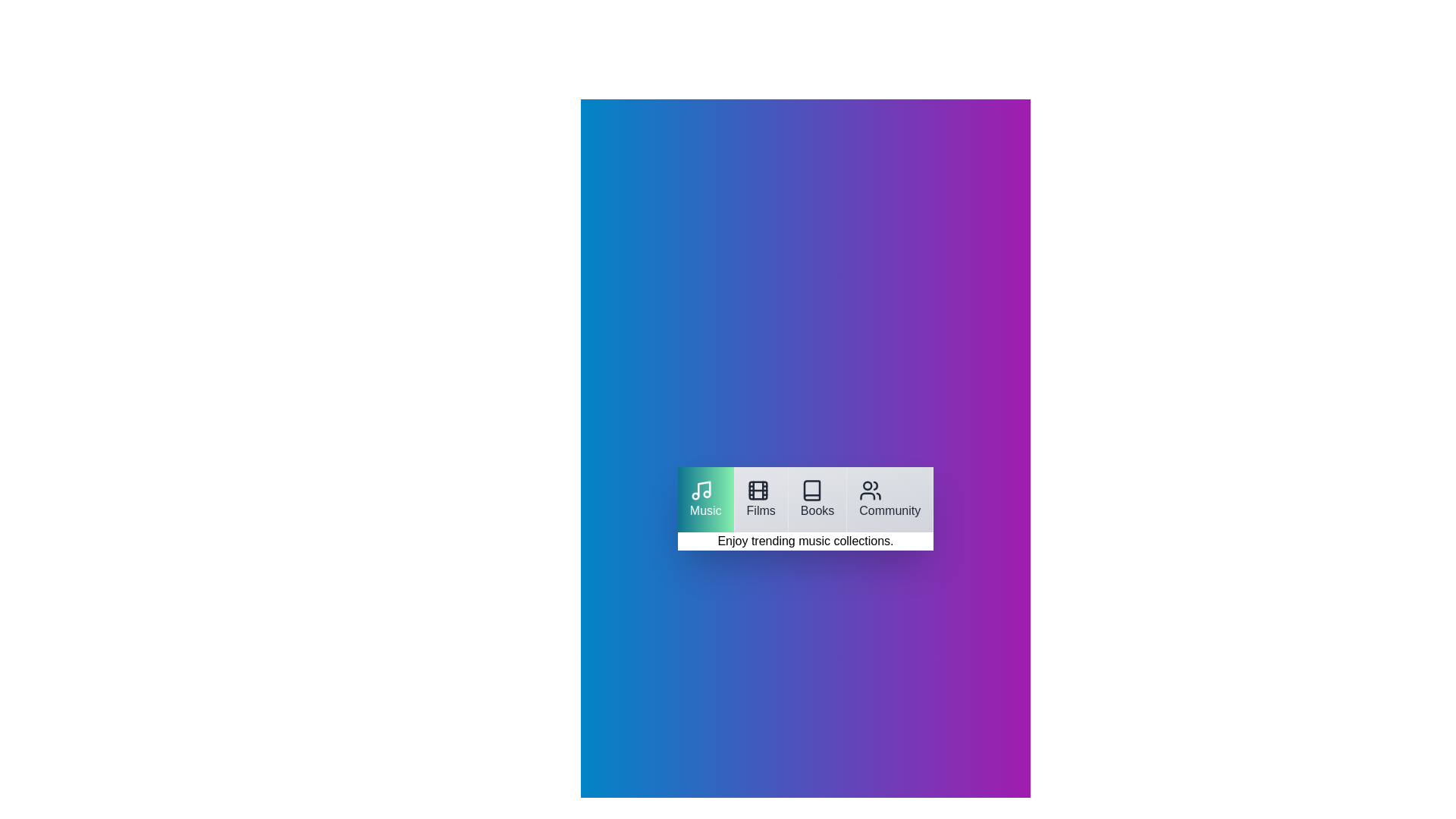 This screenshot has width=1456, height=819. What do you see at coordinates (890, 500) in the screenshot?
I see `the button located on the far right of a horizontal group of four buttons, positioned to the right of the 'Books' button` at bounding box center [890, 500].